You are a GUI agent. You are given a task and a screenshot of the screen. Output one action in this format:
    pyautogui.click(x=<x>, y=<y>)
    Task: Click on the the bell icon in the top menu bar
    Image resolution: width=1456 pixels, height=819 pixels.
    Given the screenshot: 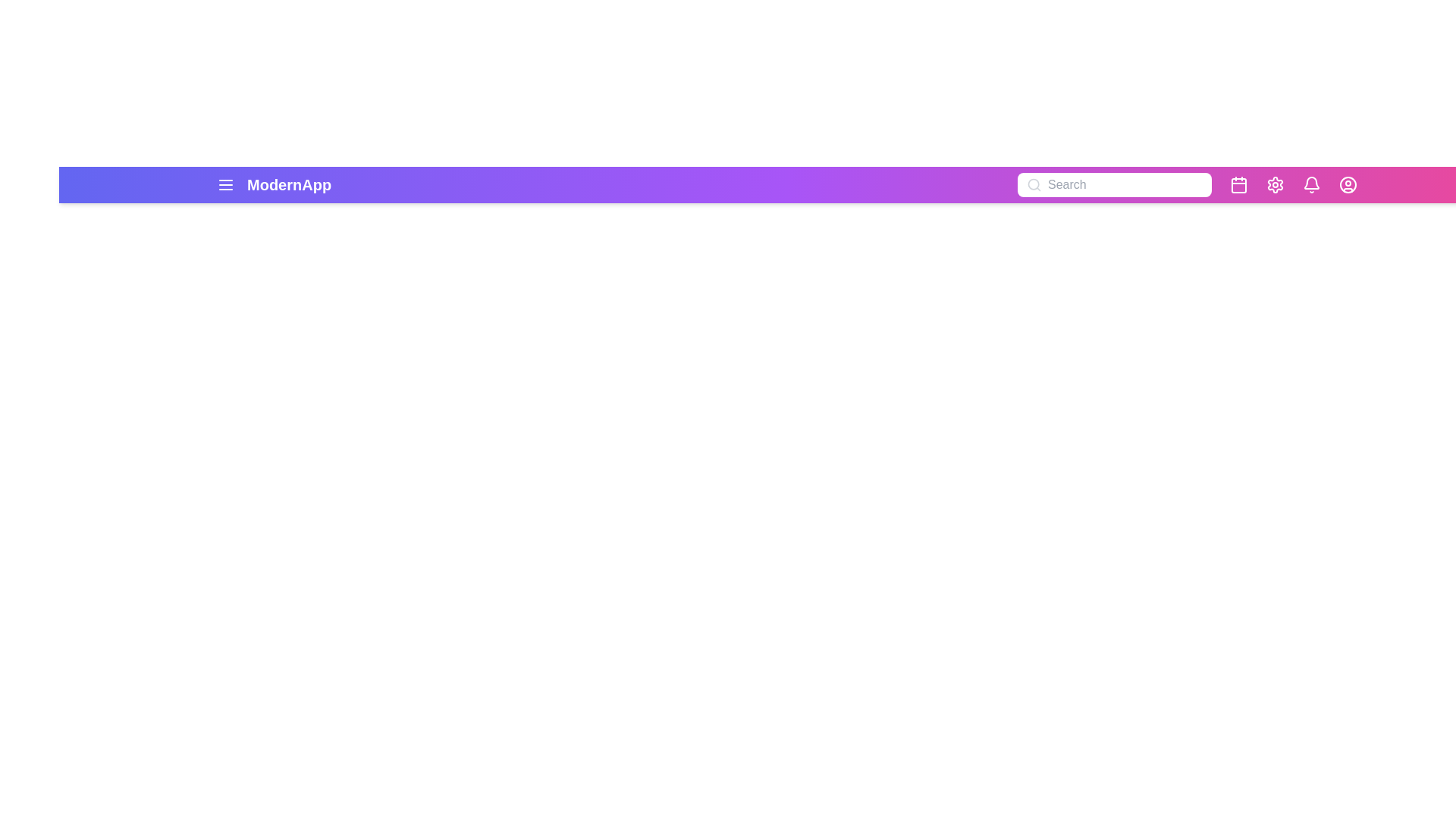 What is the action you would take?
    pyautogui.click(x=1310, y=184)
    